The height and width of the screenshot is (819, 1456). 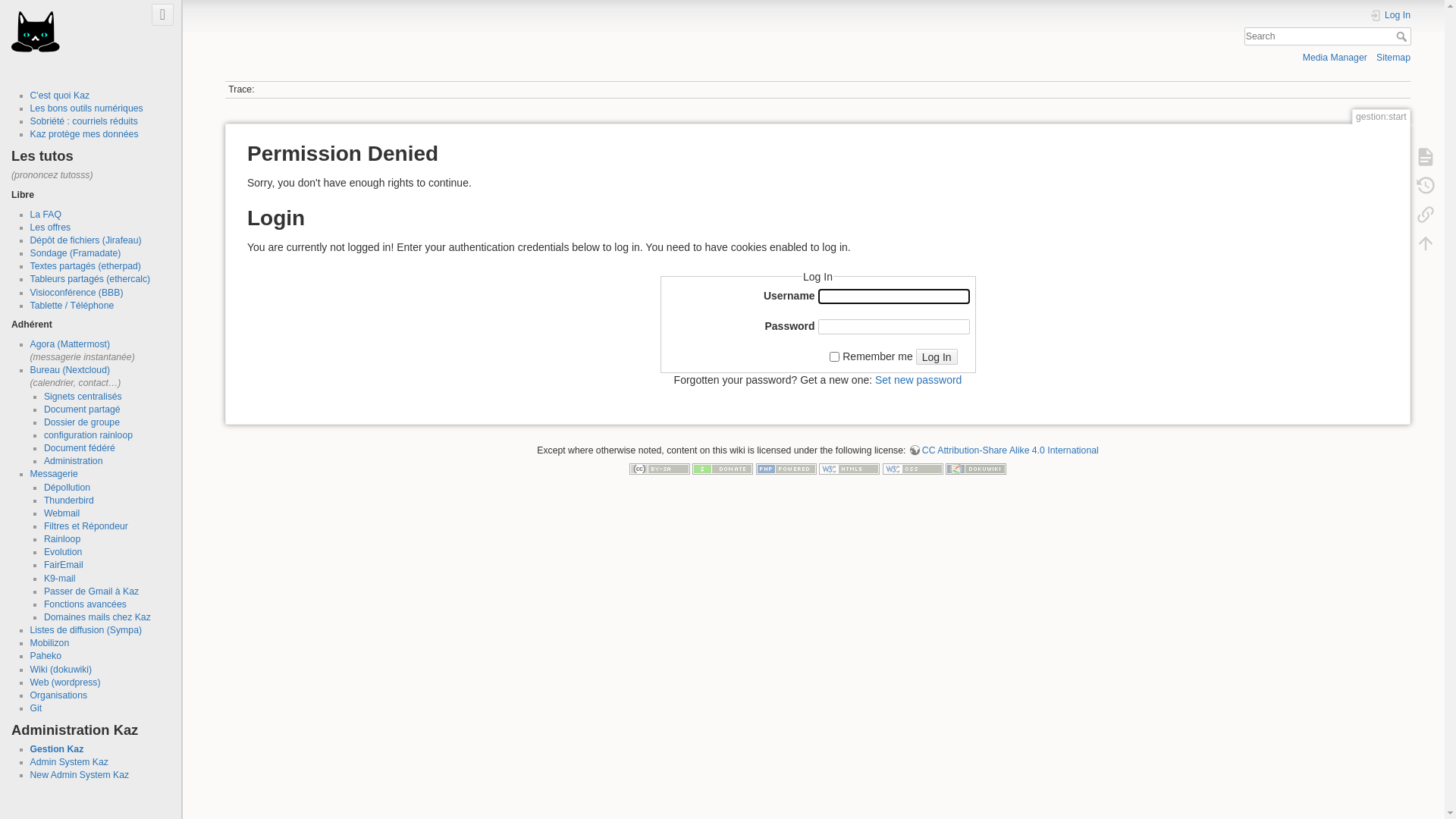 I want to click on 'K9-mail', so click(x=59, y=579).